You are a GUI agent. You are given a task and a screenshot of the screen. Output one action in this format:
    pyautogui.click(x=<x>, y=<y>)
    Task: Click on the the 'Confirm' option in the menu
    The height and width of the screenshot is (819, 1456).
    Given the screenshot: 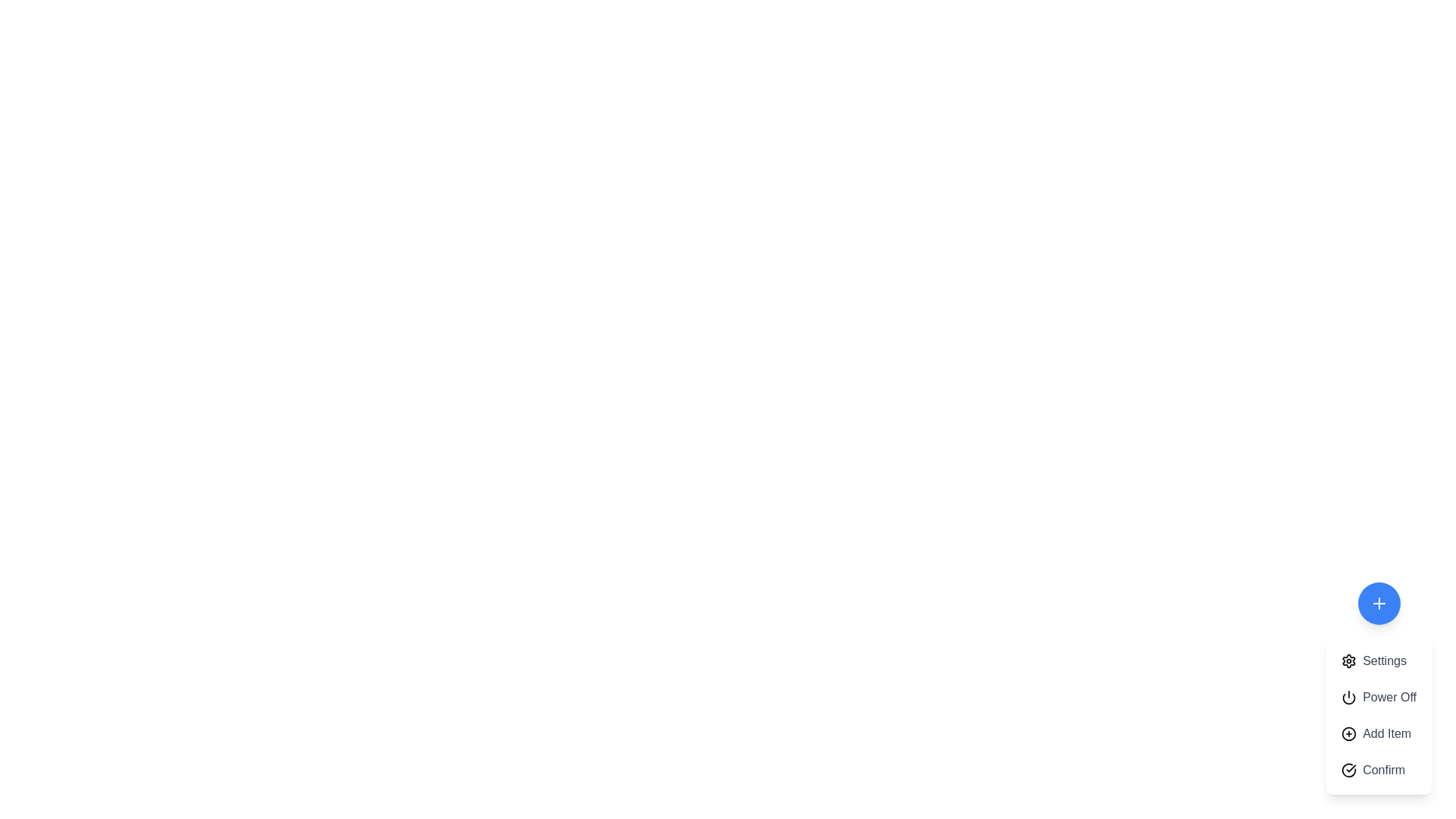 What is the action you would take?
    pyautogui.click(x=1379, y=770)
    